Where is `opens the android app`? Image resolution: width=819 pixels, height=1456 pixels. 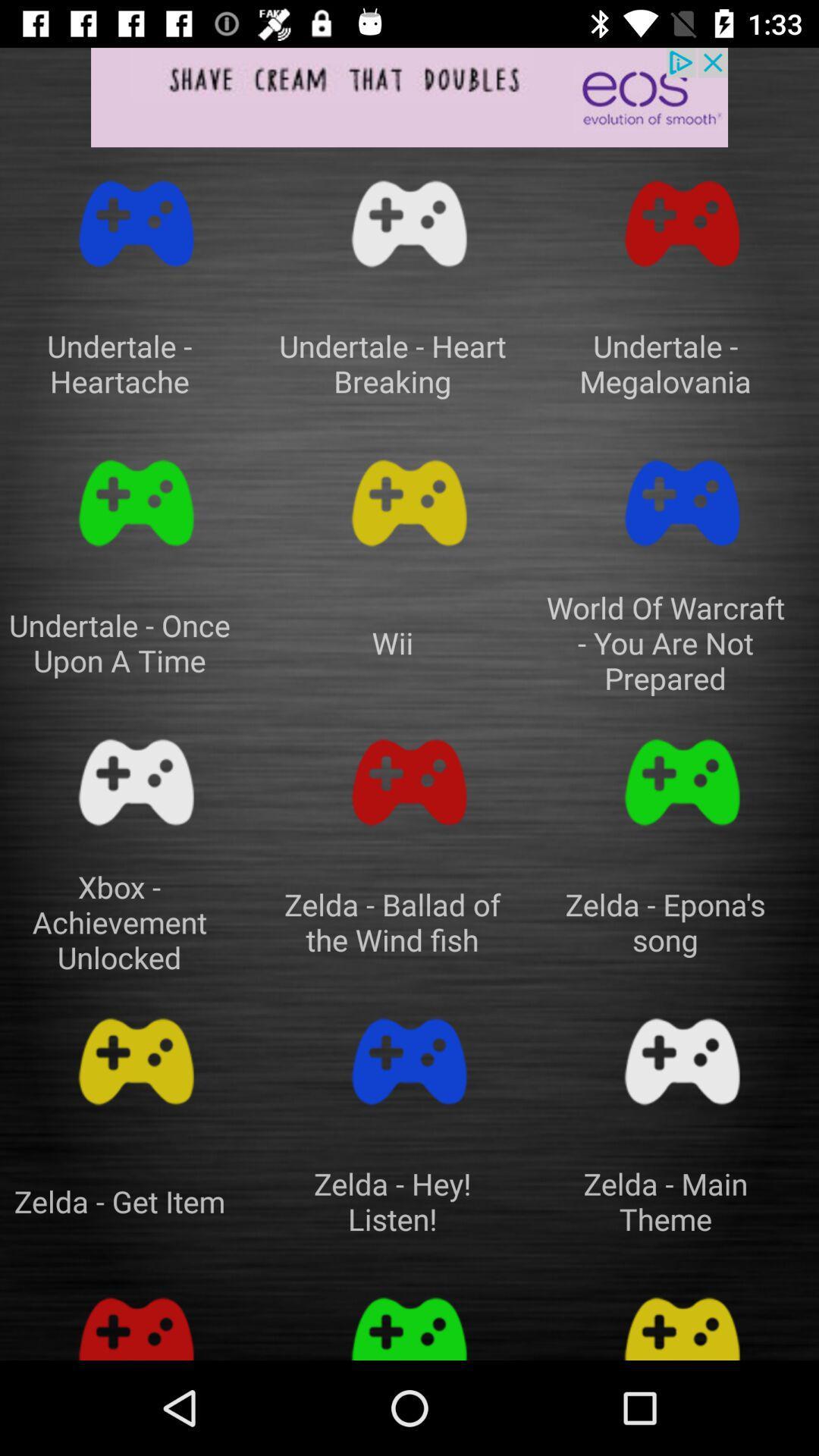 opens the android app is located at coordinates (136, 503).